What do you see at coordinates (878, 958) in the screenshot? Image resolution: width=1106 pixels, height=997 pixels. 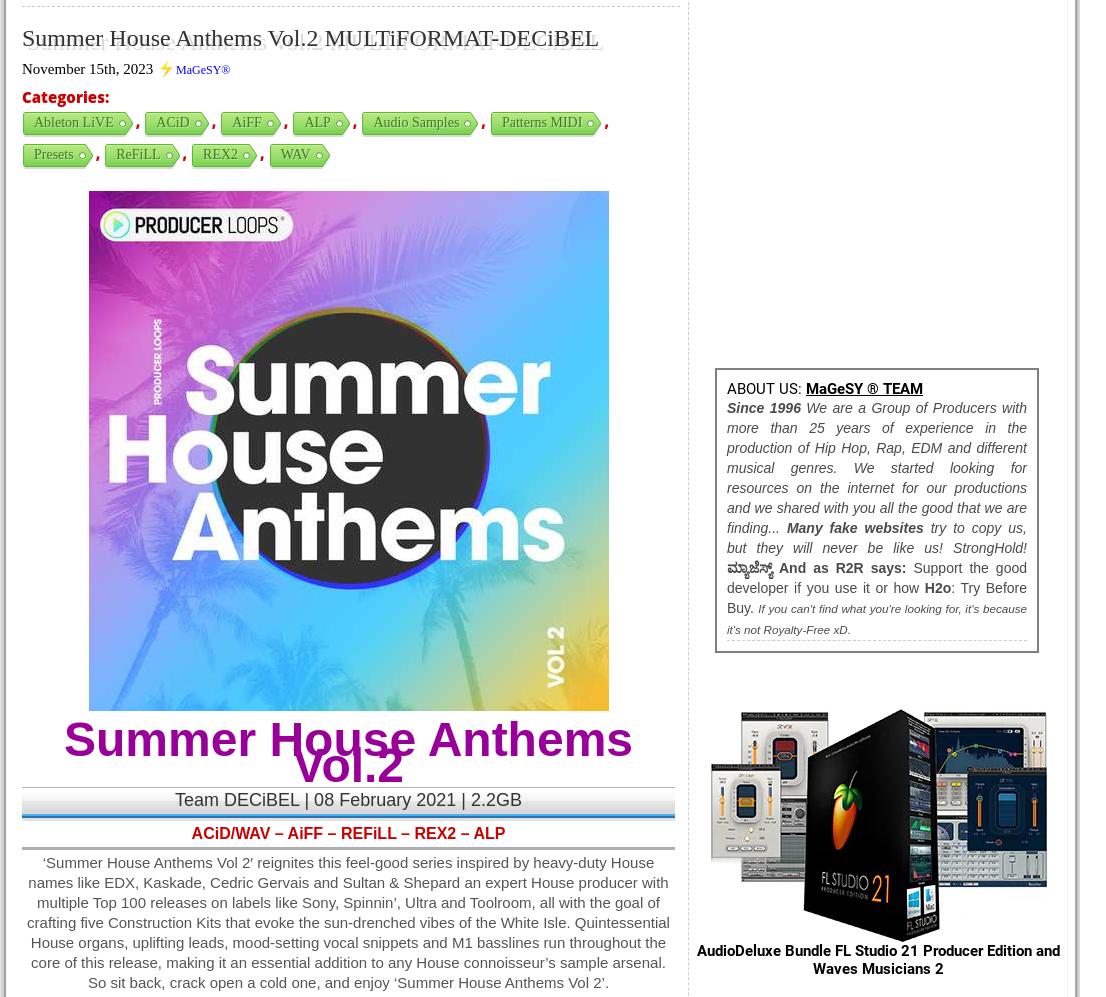 I see `'AudioDeluxe Bundle FL Studio 21 Producer Edition and Waves Musicians 2'` at bounding box center [878, 958].